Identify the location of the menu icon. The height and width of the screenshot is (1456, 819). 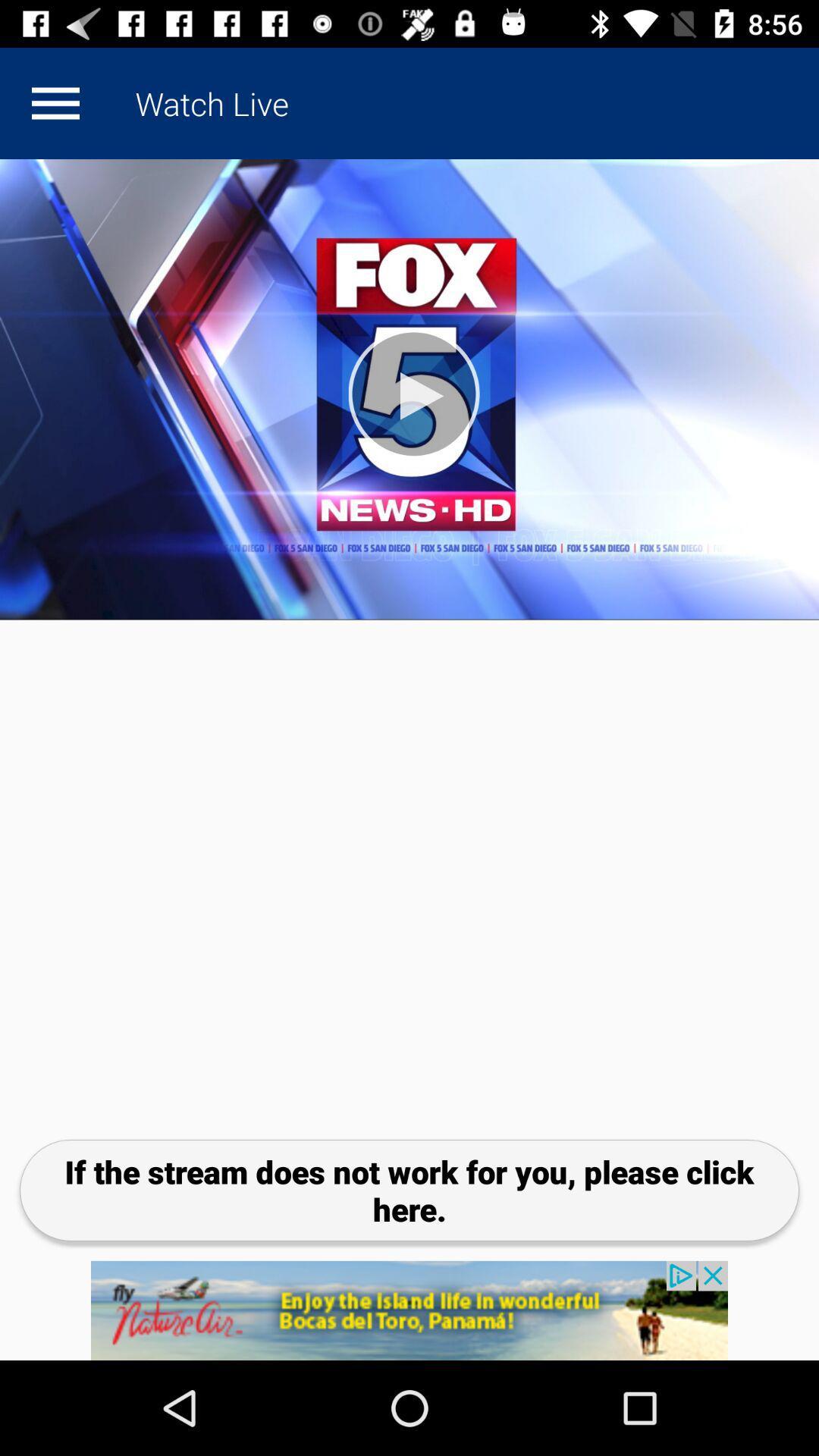
(55, 102).